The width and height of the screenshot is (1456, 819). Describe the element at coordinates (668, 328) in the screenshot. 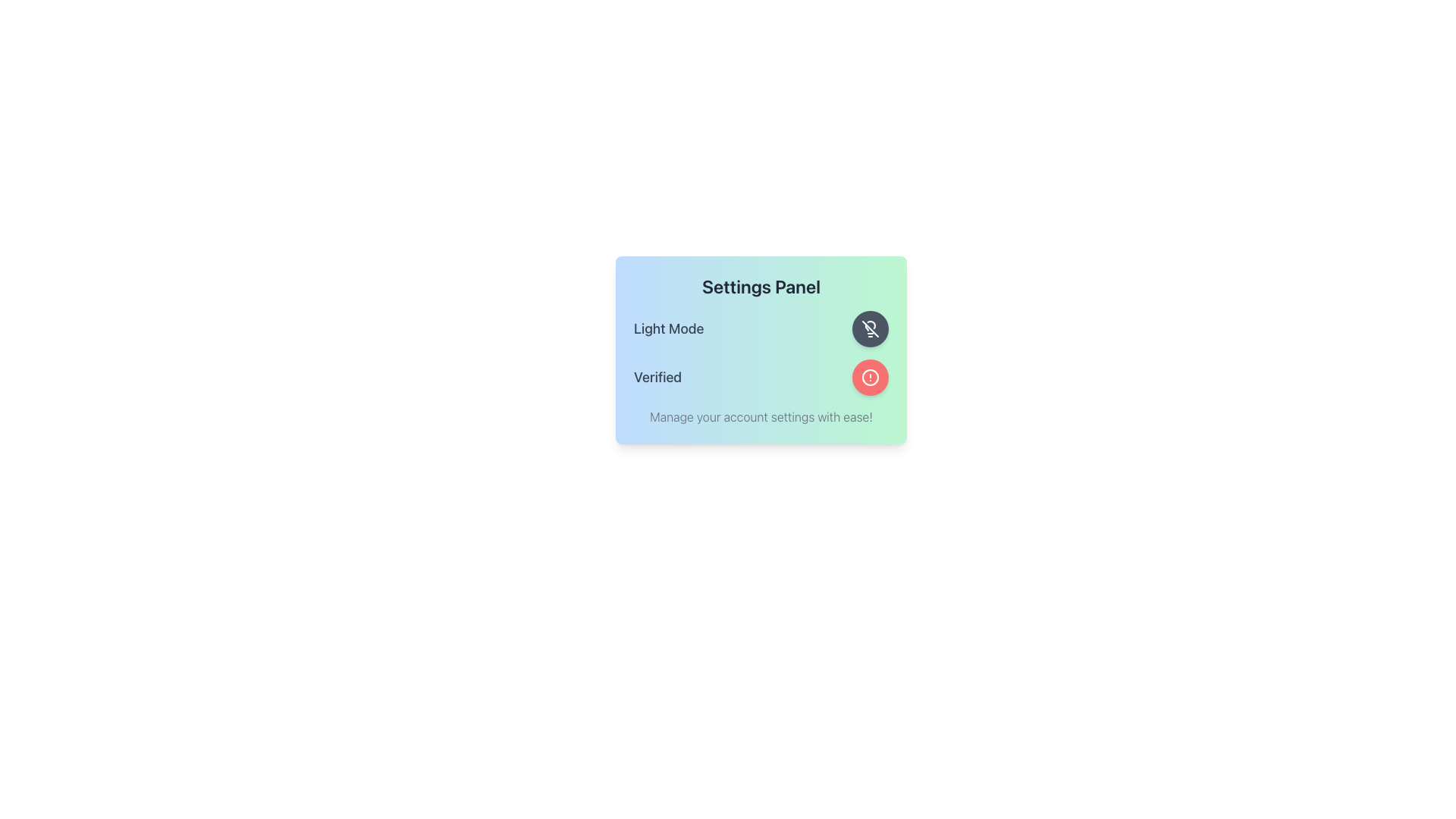

I see `the 'Light Mode' text label located in the upper left portion of the settings card, below 'Settings Panel'` at that location.